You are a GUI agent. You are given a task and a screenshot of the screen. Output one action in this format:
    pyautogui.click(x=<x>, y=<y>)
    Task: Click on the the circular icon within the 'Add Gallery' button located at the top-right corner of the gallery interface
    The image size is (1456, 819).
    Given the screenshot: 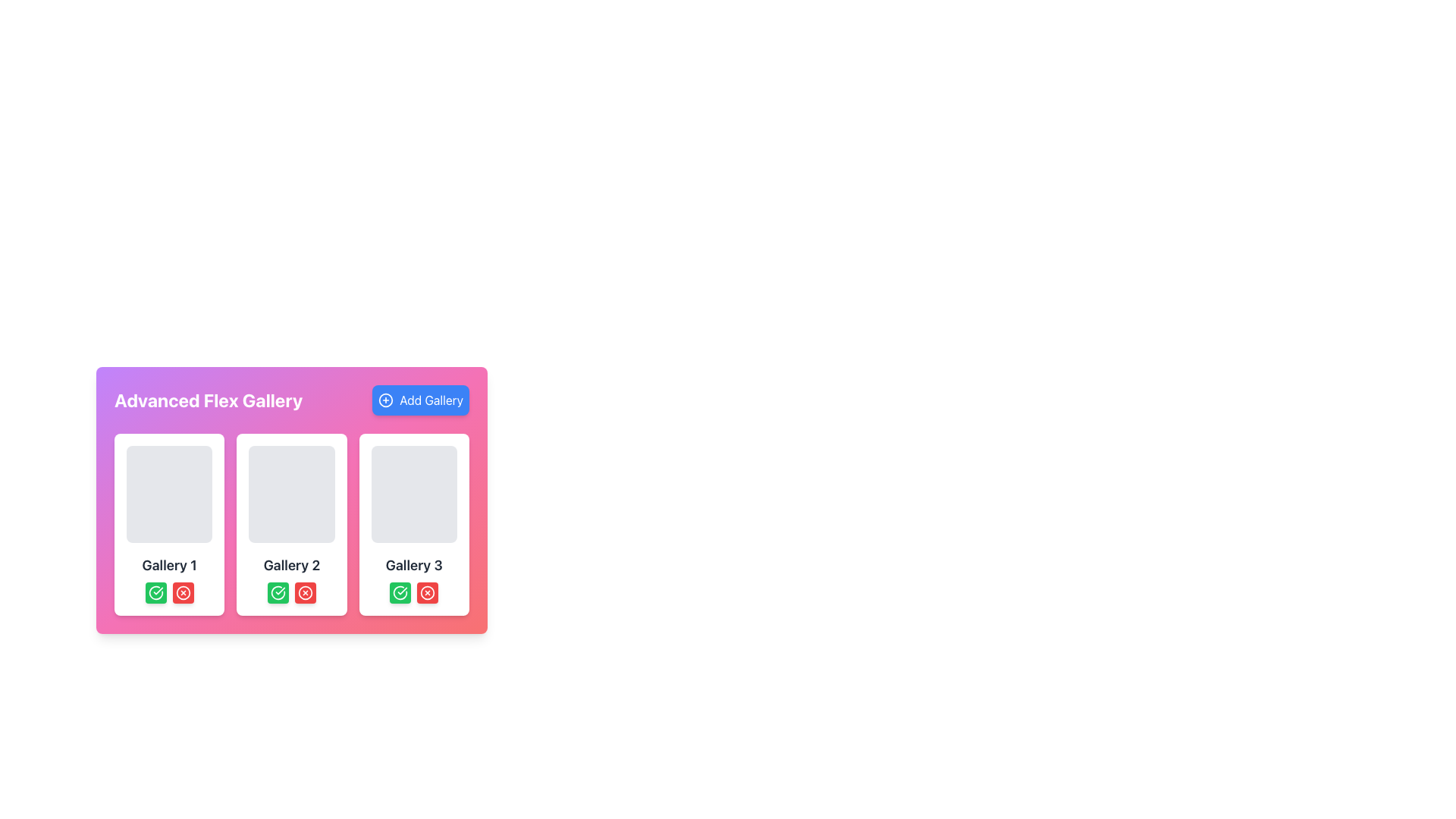 What is the action you would take?
    pyautogui.click(x=386, y=400)
    